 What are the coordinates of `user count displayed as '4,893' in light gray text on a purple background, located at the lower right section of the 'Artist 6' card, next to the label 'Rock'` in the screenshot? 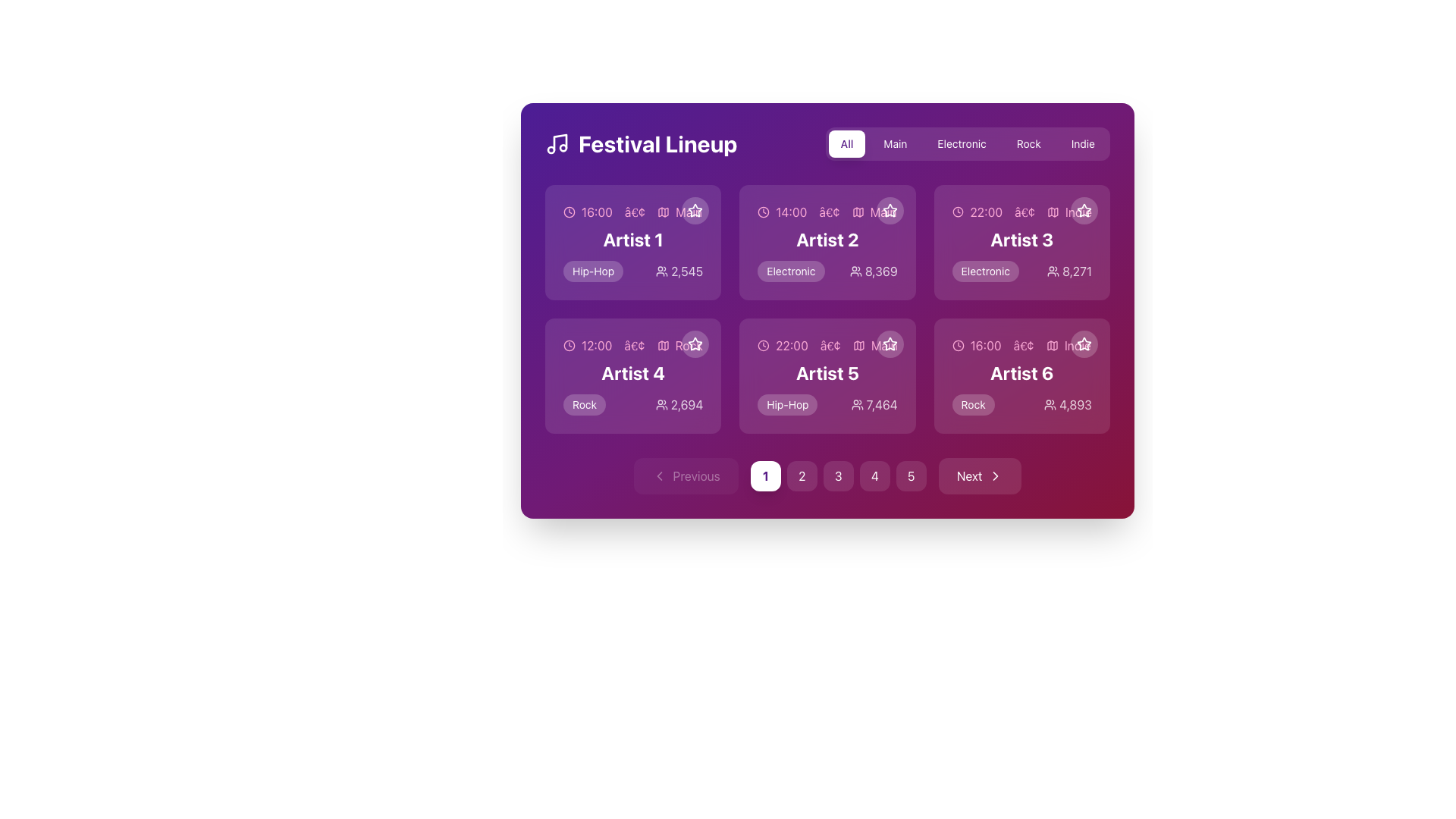 It's located at (1067, 403).